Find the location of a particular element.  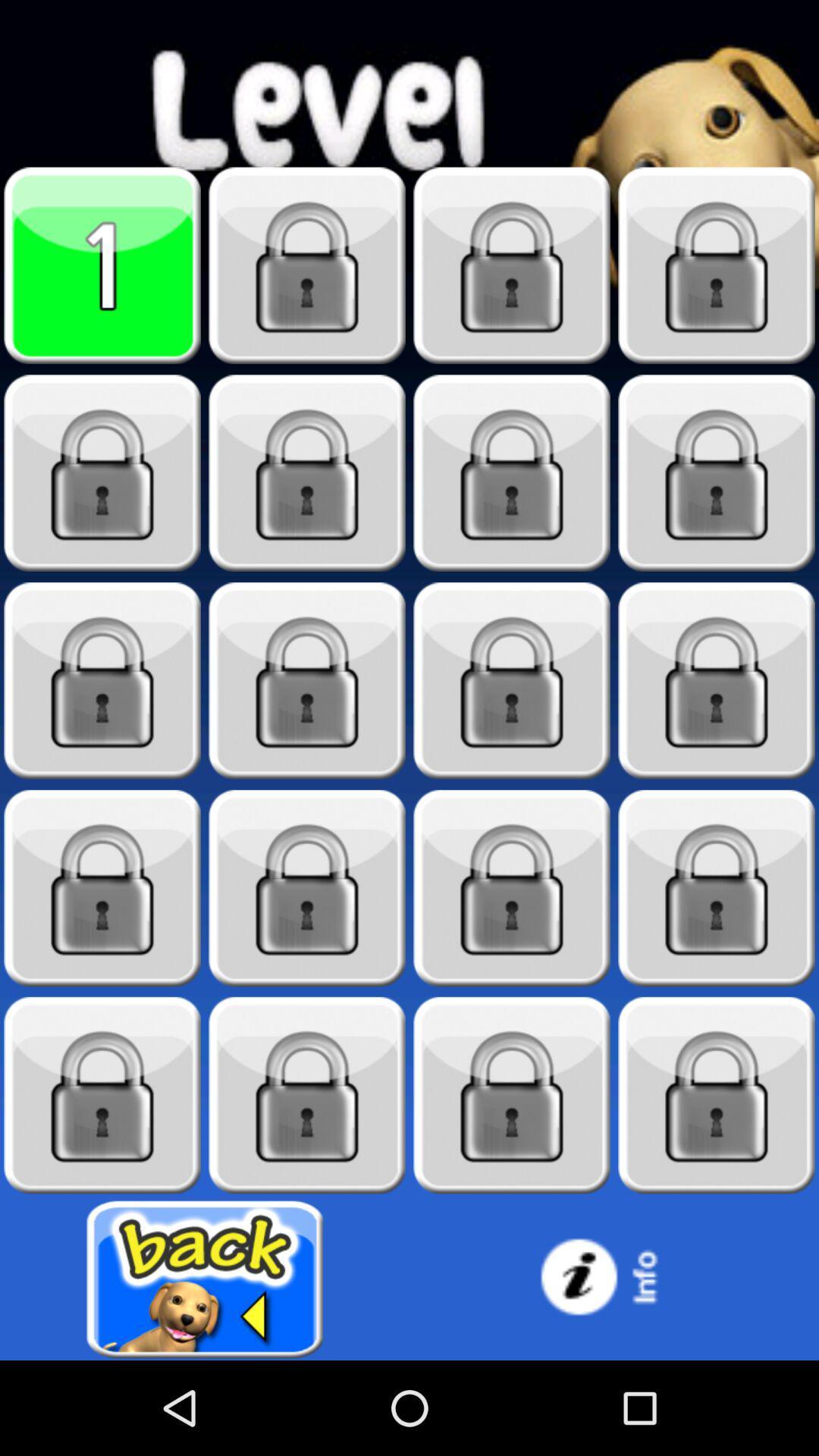

level 1 is located at coordinates (102, 265).